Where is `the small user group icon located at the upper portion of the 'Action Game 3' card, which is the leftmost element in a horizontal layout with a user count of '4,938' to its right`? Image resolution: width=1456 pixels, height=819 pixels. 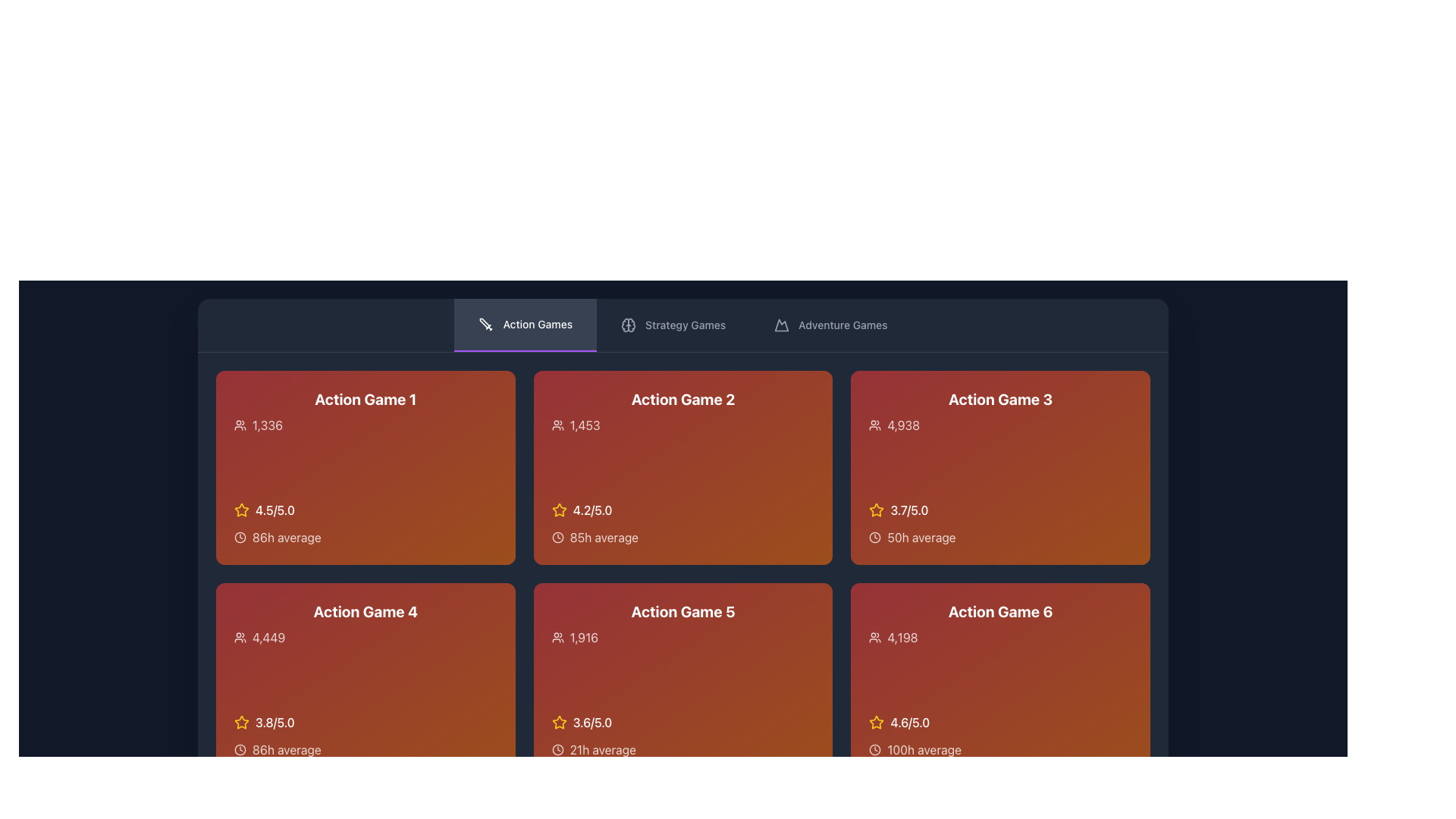
the small user group icon located at the upper portion of the 'Action Game 3' card, which is the leftmost element in a horizontal layout with a user count of '4,938' to its right is located at coordinates (875, 425).